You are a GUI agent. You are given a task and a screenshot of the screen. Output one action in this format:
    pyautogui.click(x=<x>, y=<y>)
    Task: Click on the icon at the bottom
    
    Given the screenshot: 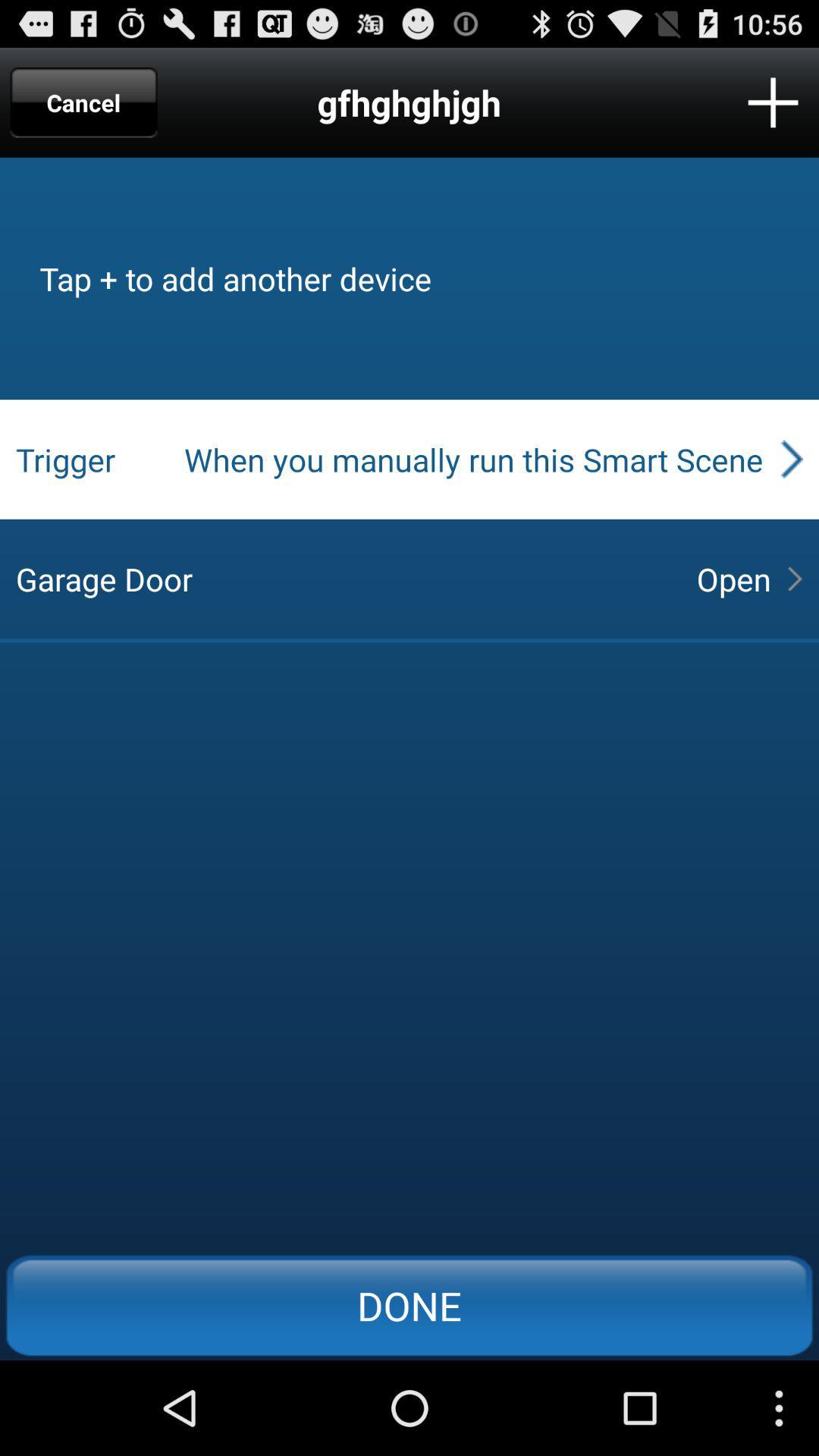 What is the action you would take?
    pyautogui.click(x=409, y=1304)
    